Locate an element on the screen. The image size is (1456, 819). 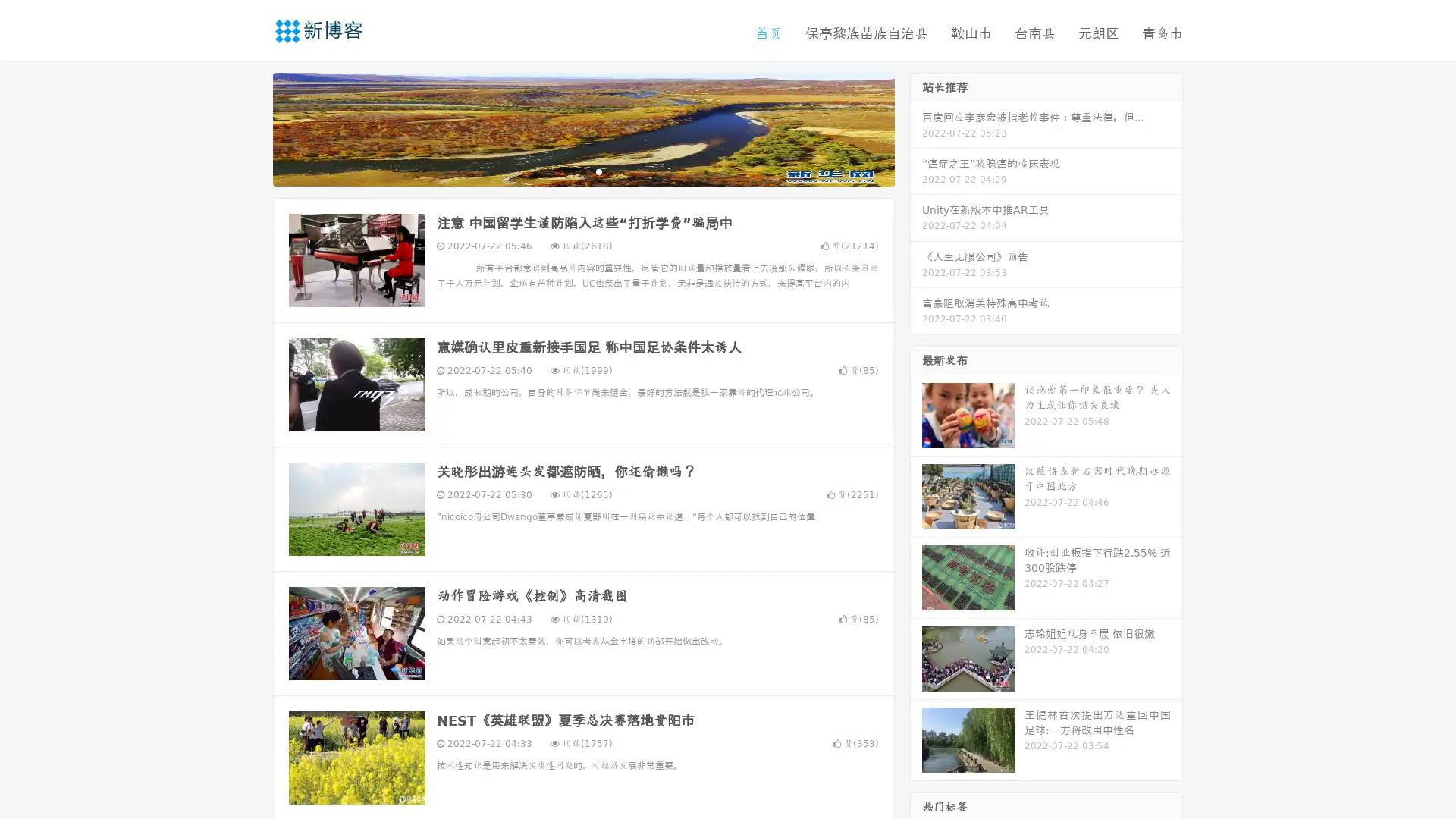
Go to slide 3 is located at coordinates (598, 171).